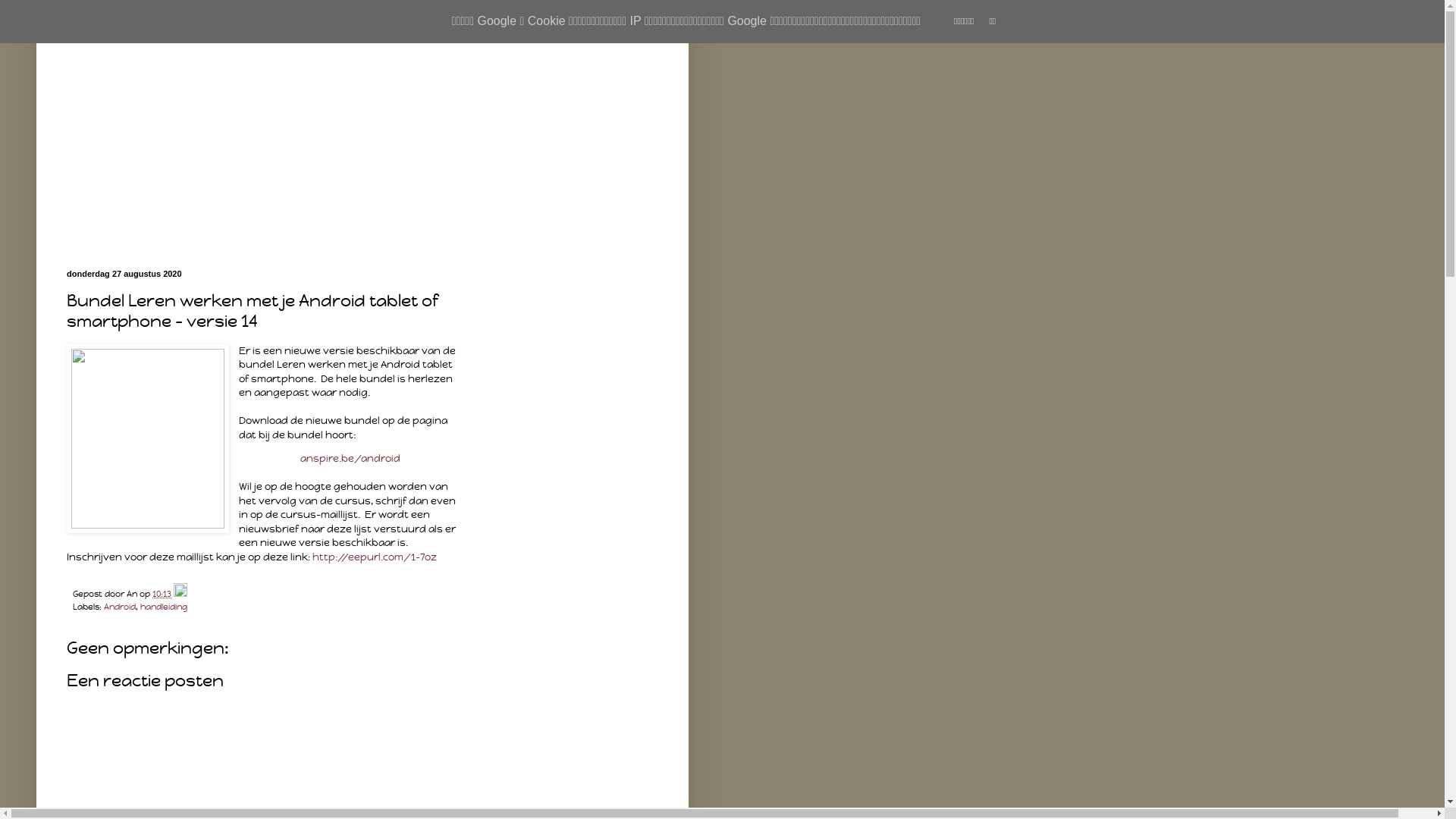  I want to click on 'Android', so click(119, 605).